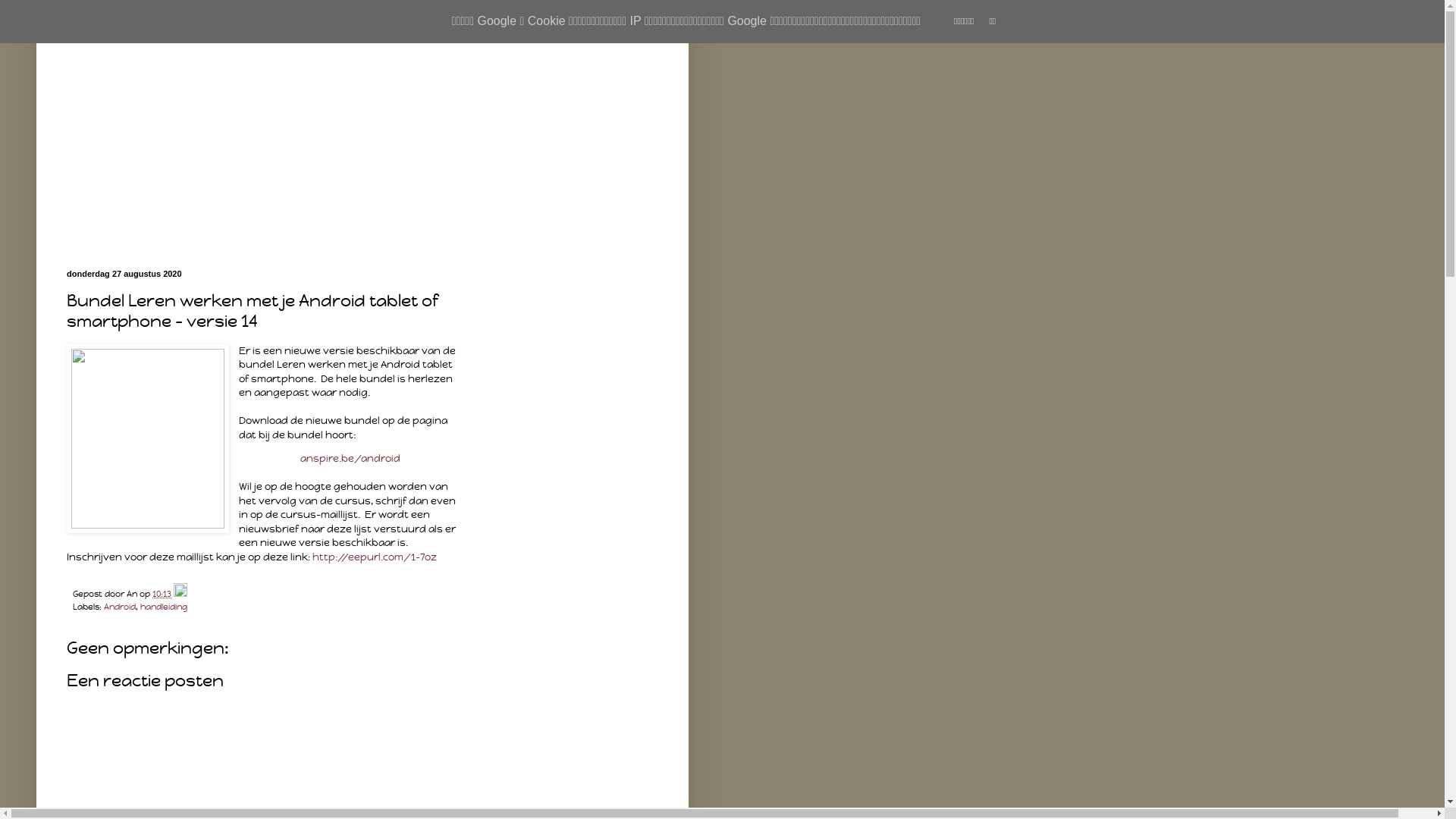  I want to click on 'Android', so click(119, 605).